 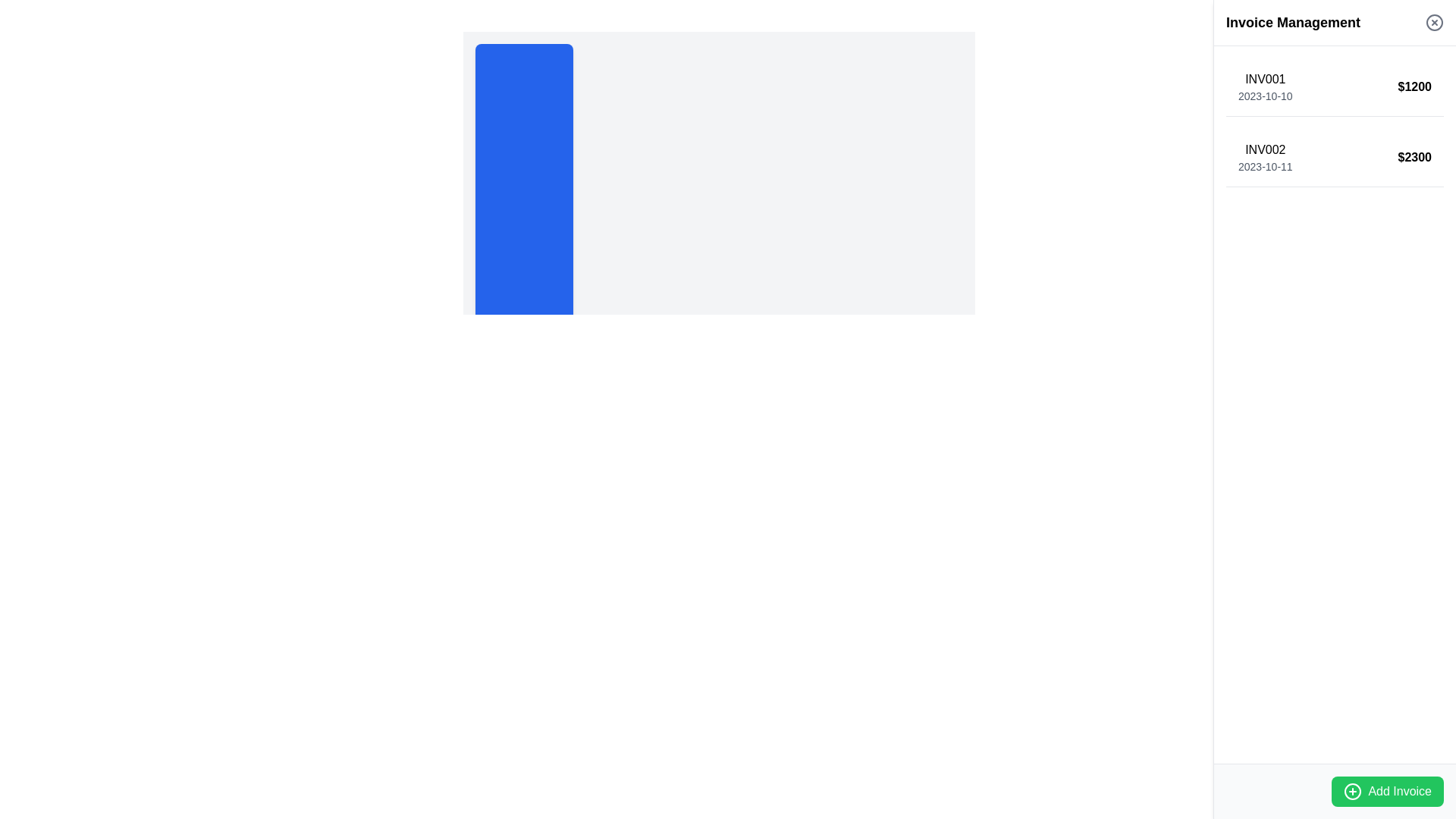 I want to click on the text label displaying the total amount for invoice 'INV001', located in the right panel, adjacent to the invoice number and date, so click(x=1414, y=87).